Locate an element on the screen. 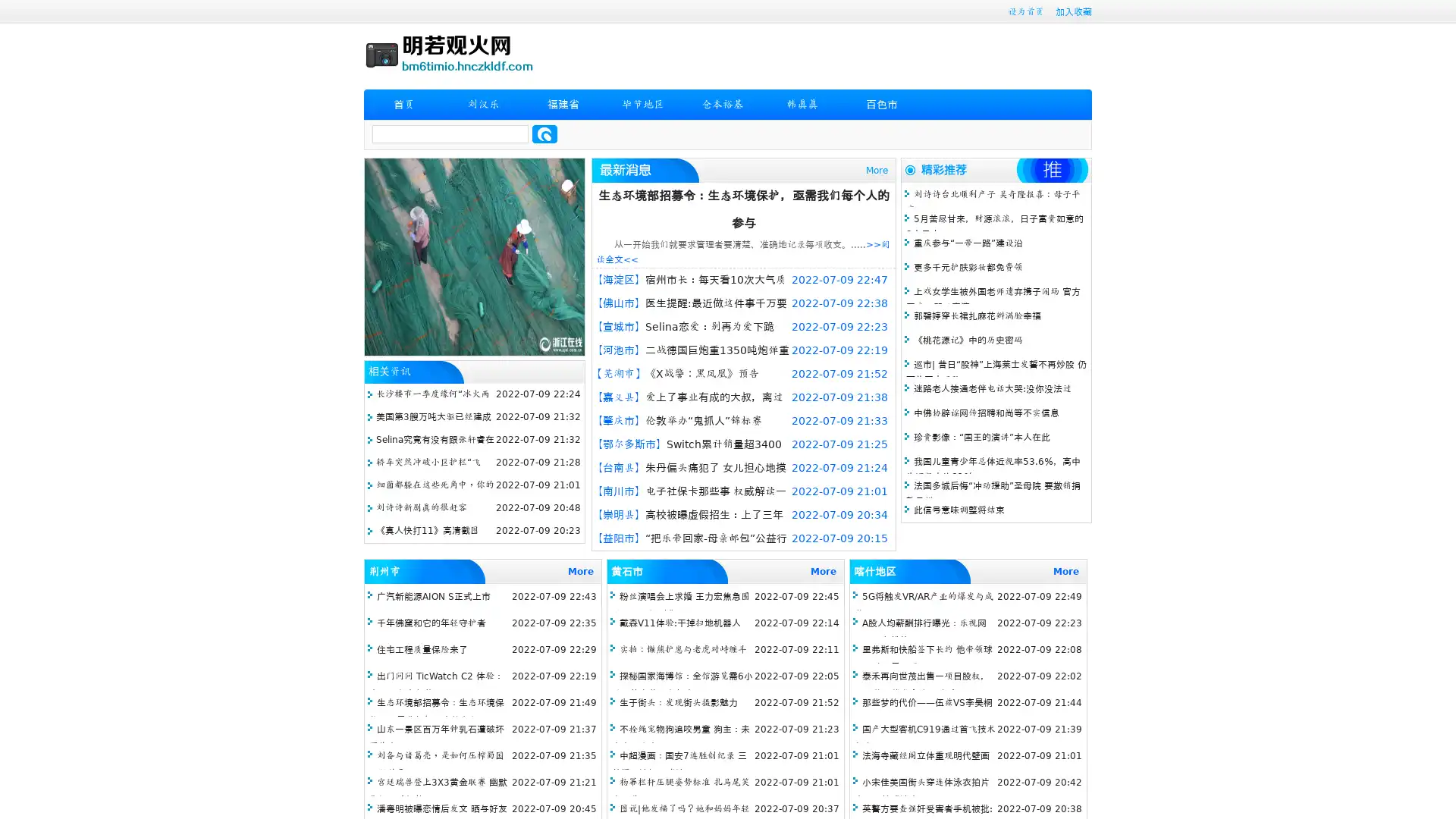  Search is located at coordinates (544, 133).